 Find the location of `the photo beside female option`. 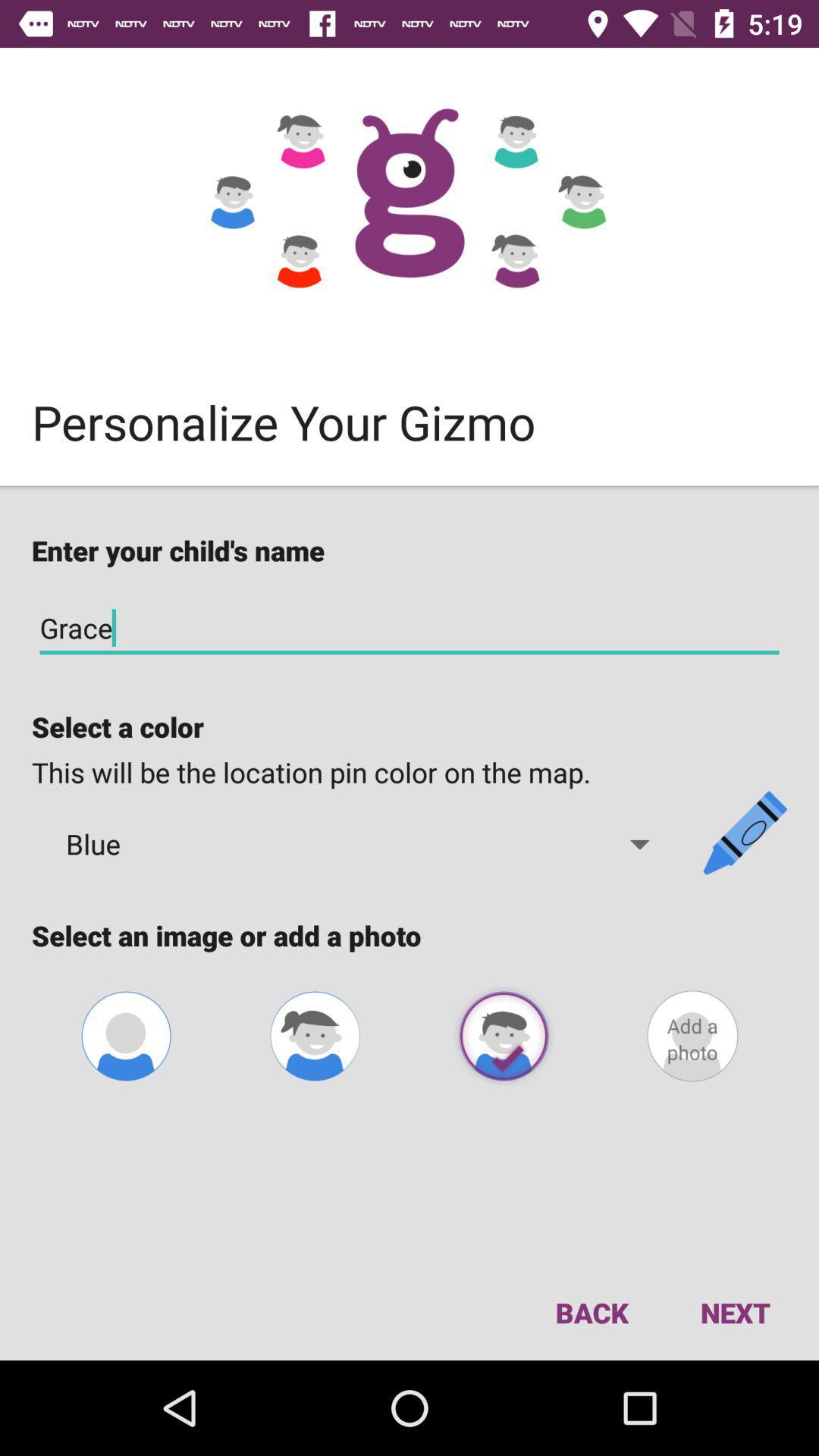

the photo beside female option is located at coordinates (504, 1035).